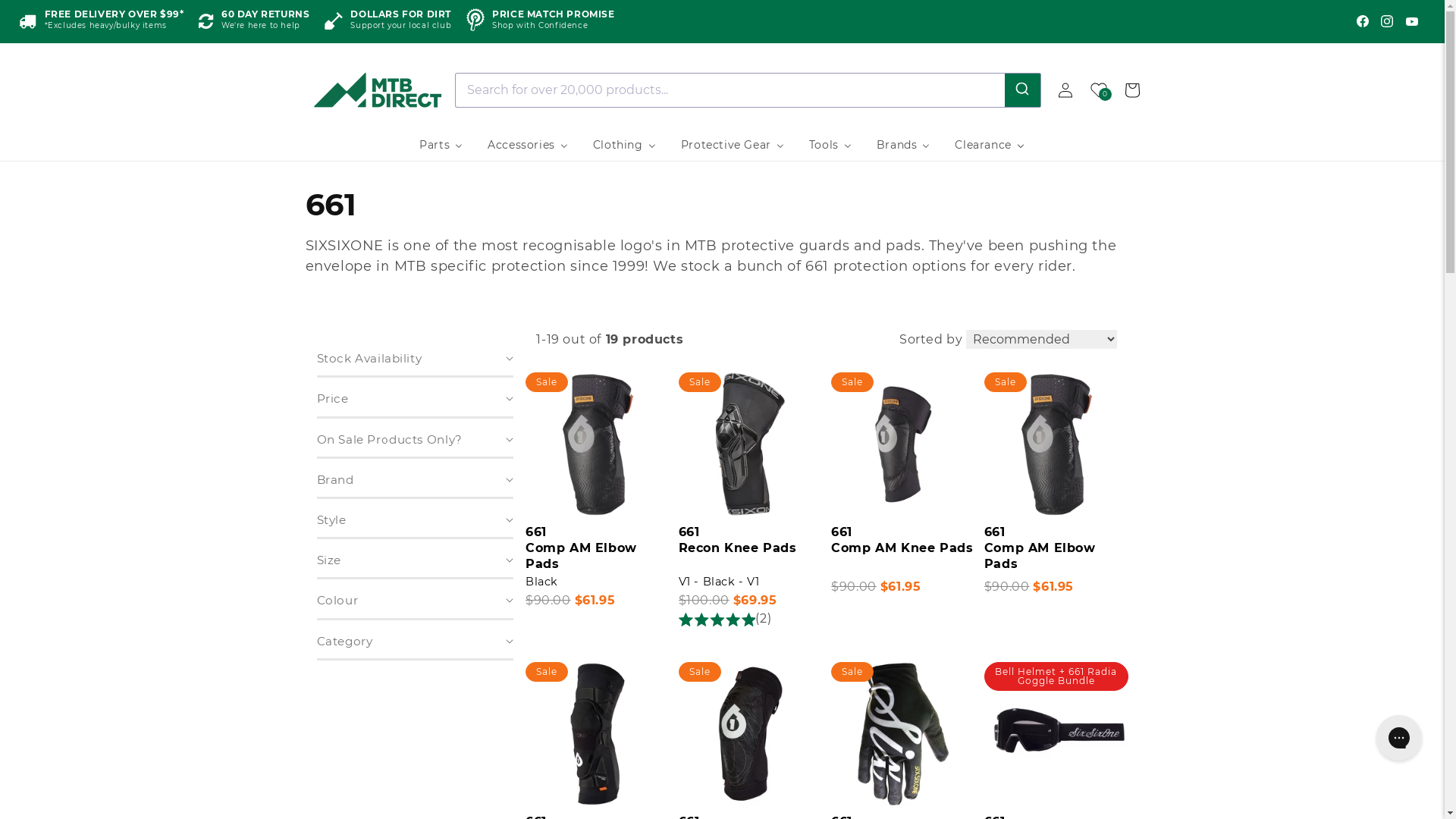 The image size is (1456, 819). I want to click on 'Submit', so click(1004, 89).